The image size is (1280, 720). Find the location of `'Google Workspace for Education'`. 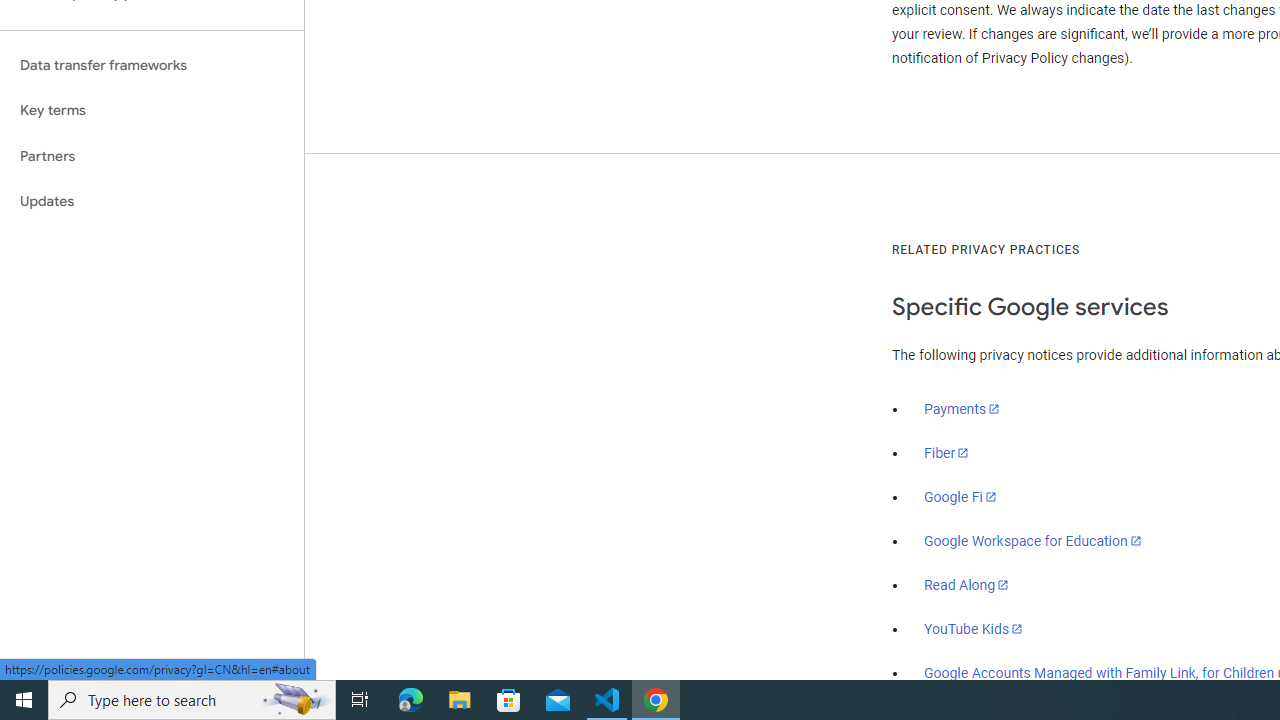

'Google Workspace for Education' is located at coordinates (1032, 541).